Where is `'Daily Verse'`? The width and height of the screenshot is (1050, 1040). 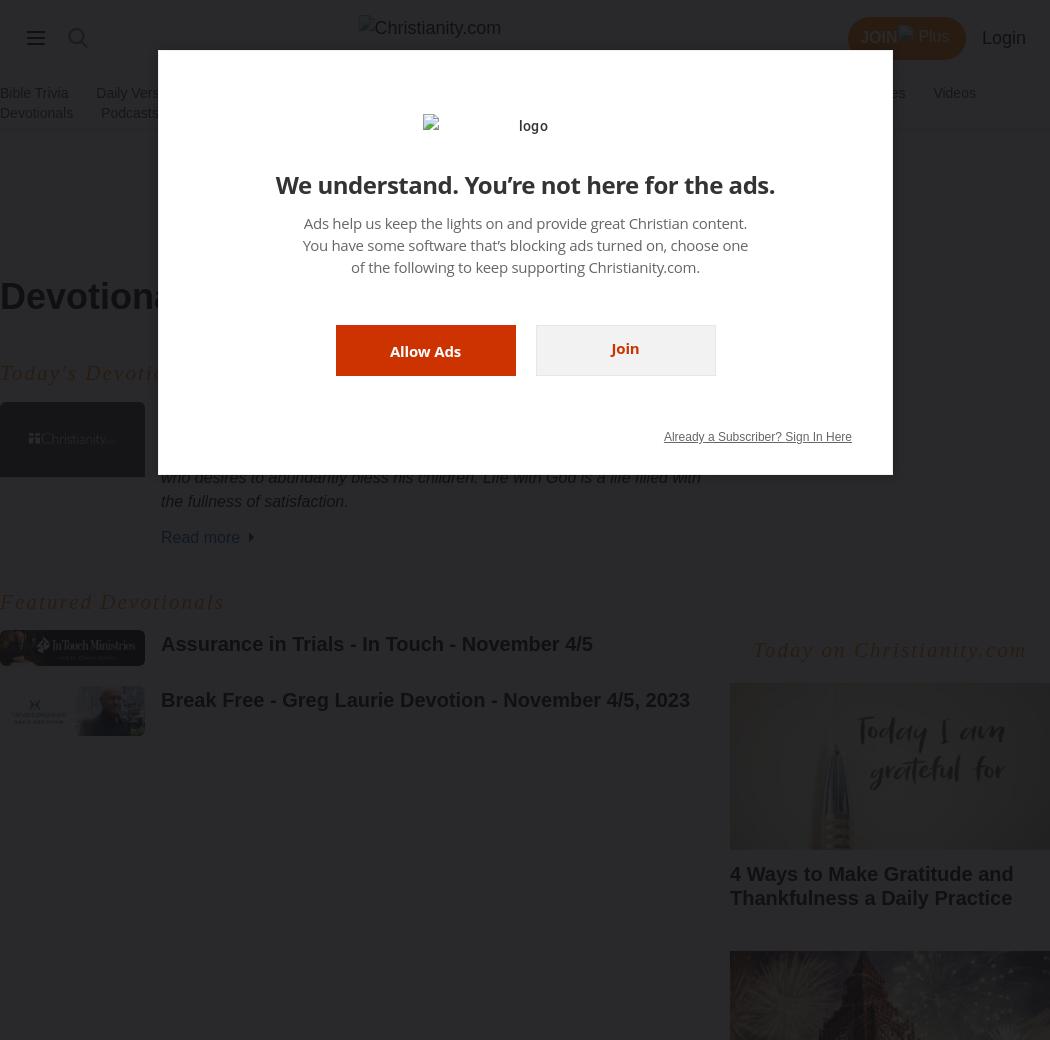 'Daily Verse' is located at coordinates (130, 91).